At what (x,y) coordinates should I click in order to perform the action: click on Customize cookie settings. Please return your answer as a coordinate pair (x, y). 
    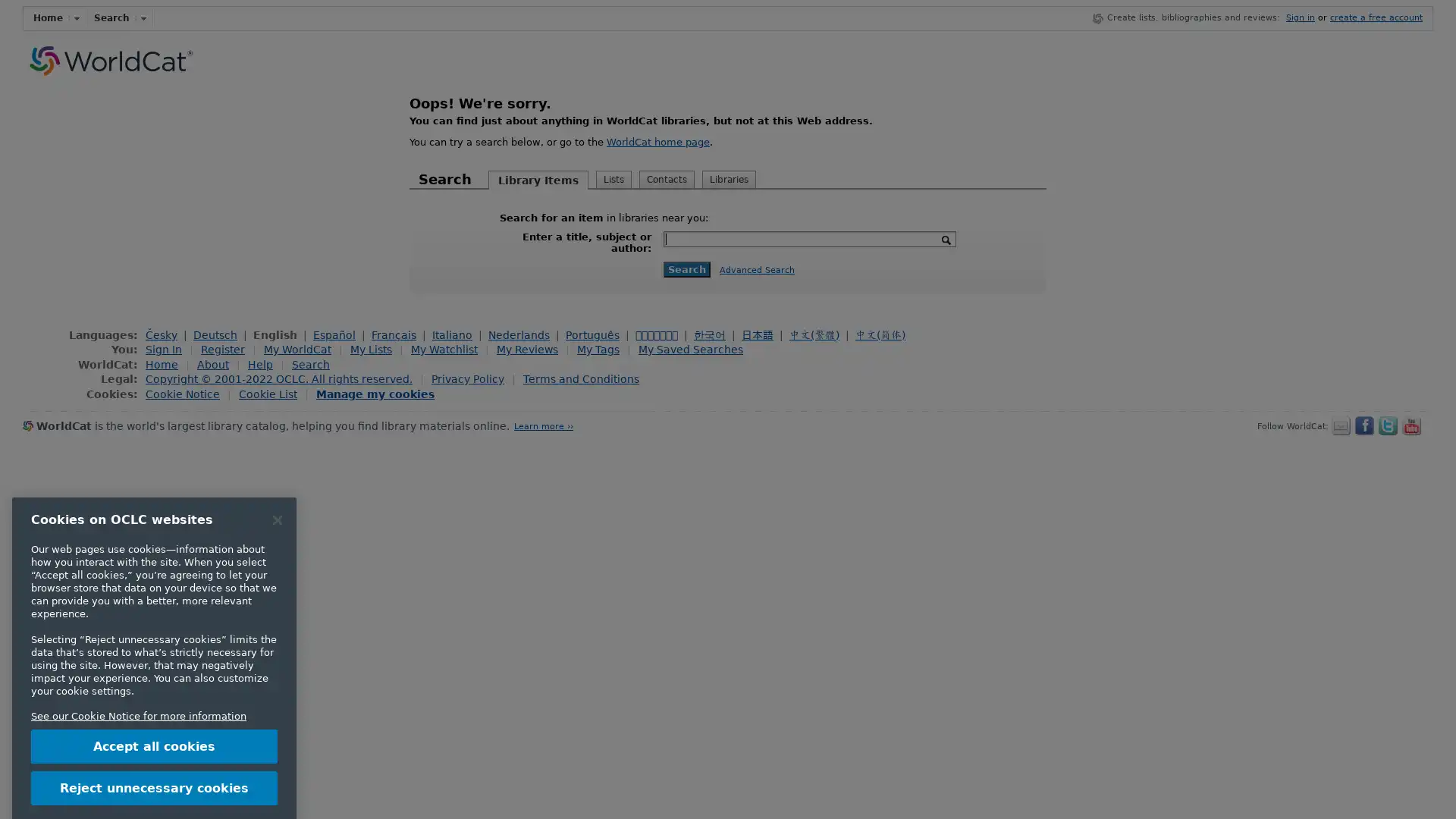
    Looking at the image, I should click on (154, 760).